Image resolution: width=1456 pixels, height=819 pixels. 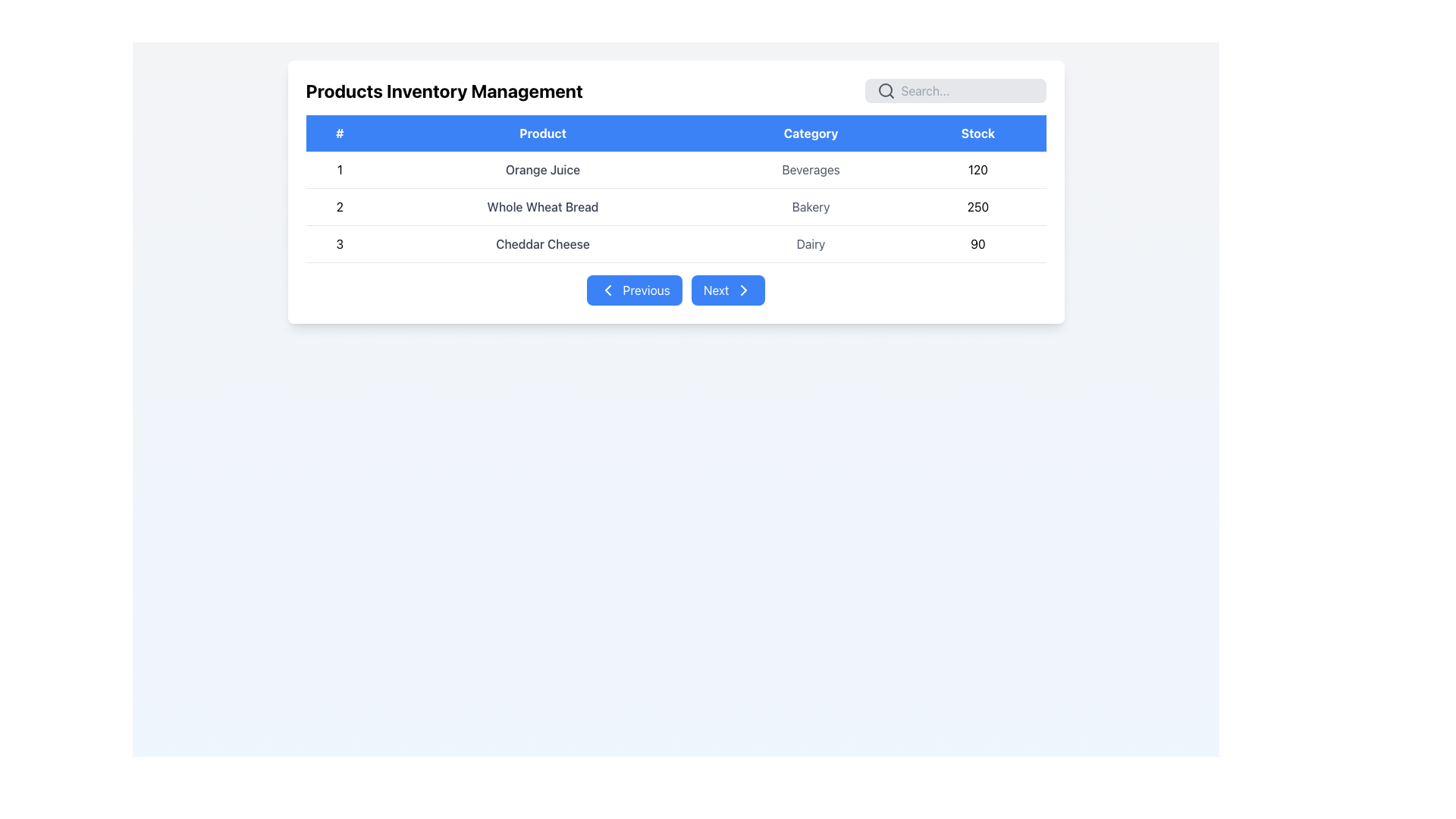 I want to click on the Table Row displaying information about 'Cheddar Cheese' in the 'Products Inventory Management' section, so click(x=675, y=243).